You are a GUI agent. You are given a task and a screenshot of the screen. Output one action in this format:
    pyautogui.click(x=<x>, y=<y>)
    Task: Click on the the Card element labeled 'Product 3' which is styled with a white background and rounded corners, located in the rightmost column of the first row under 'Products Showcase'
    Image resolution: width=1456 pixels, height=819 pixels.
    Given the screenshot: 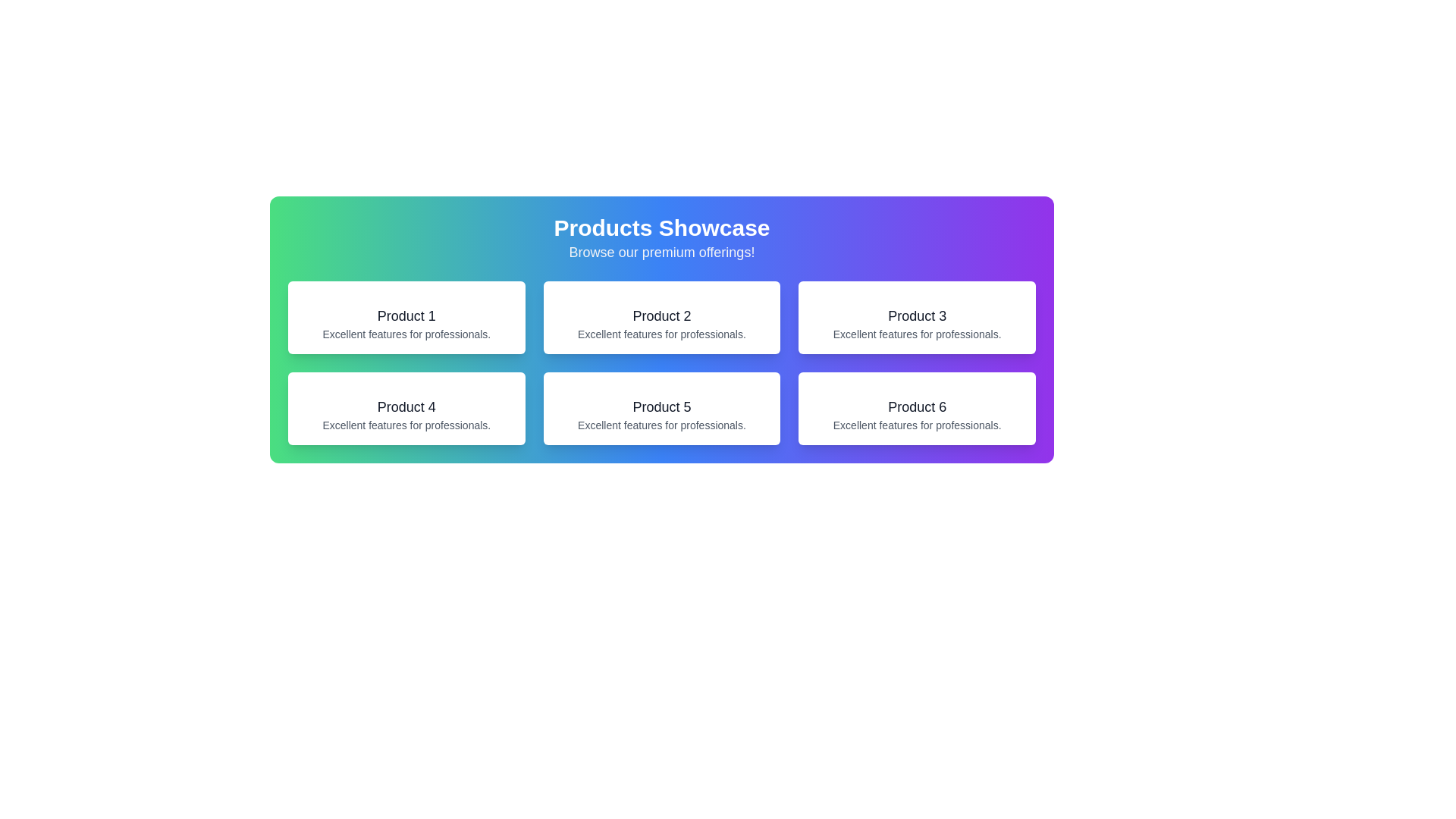 What is the action you would take?
    pyautogui.click(x=916, y=317)
    